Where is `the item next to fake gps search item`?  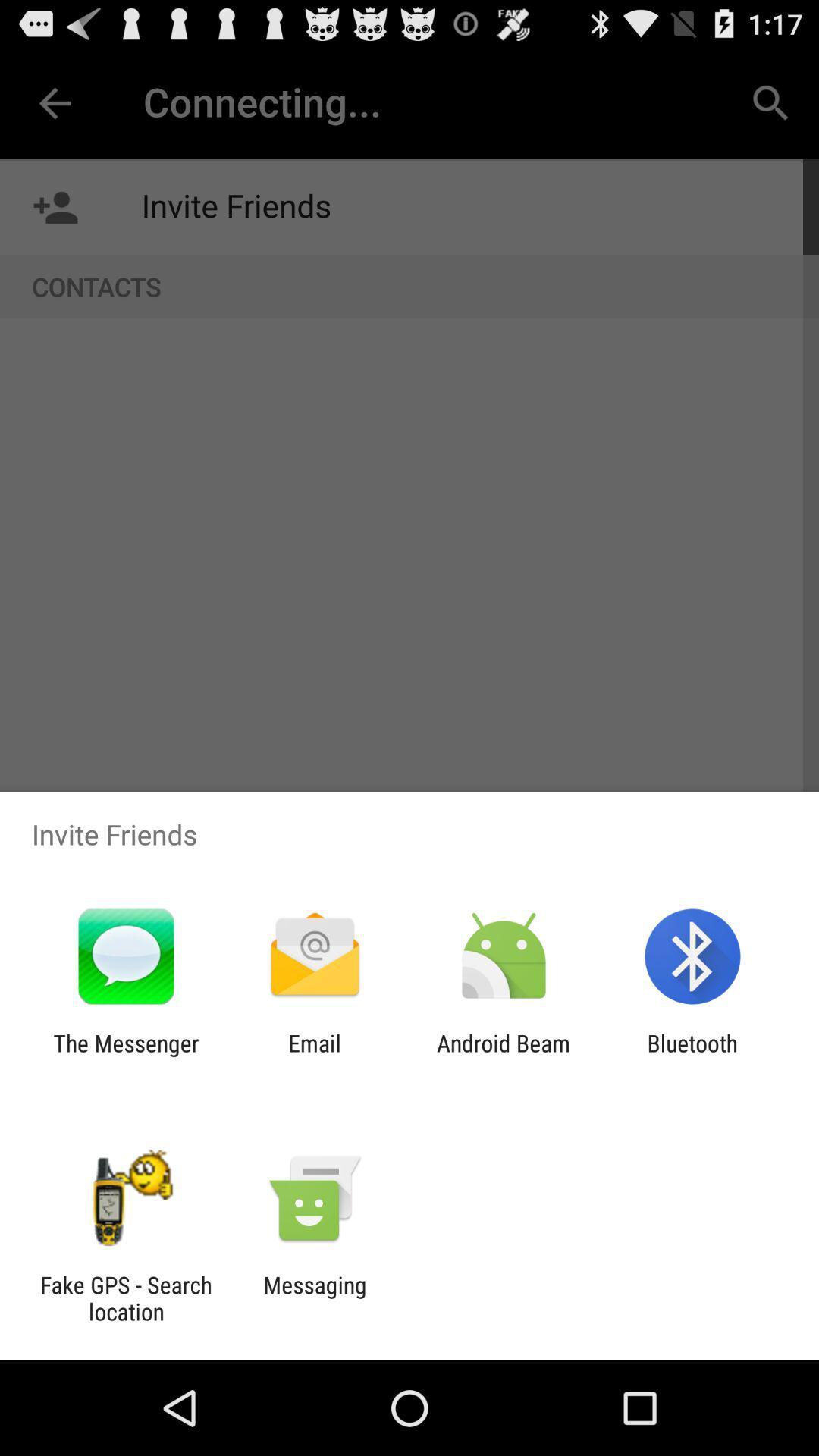 the item next to fake gps search item is located at coordinates (314, 1298).